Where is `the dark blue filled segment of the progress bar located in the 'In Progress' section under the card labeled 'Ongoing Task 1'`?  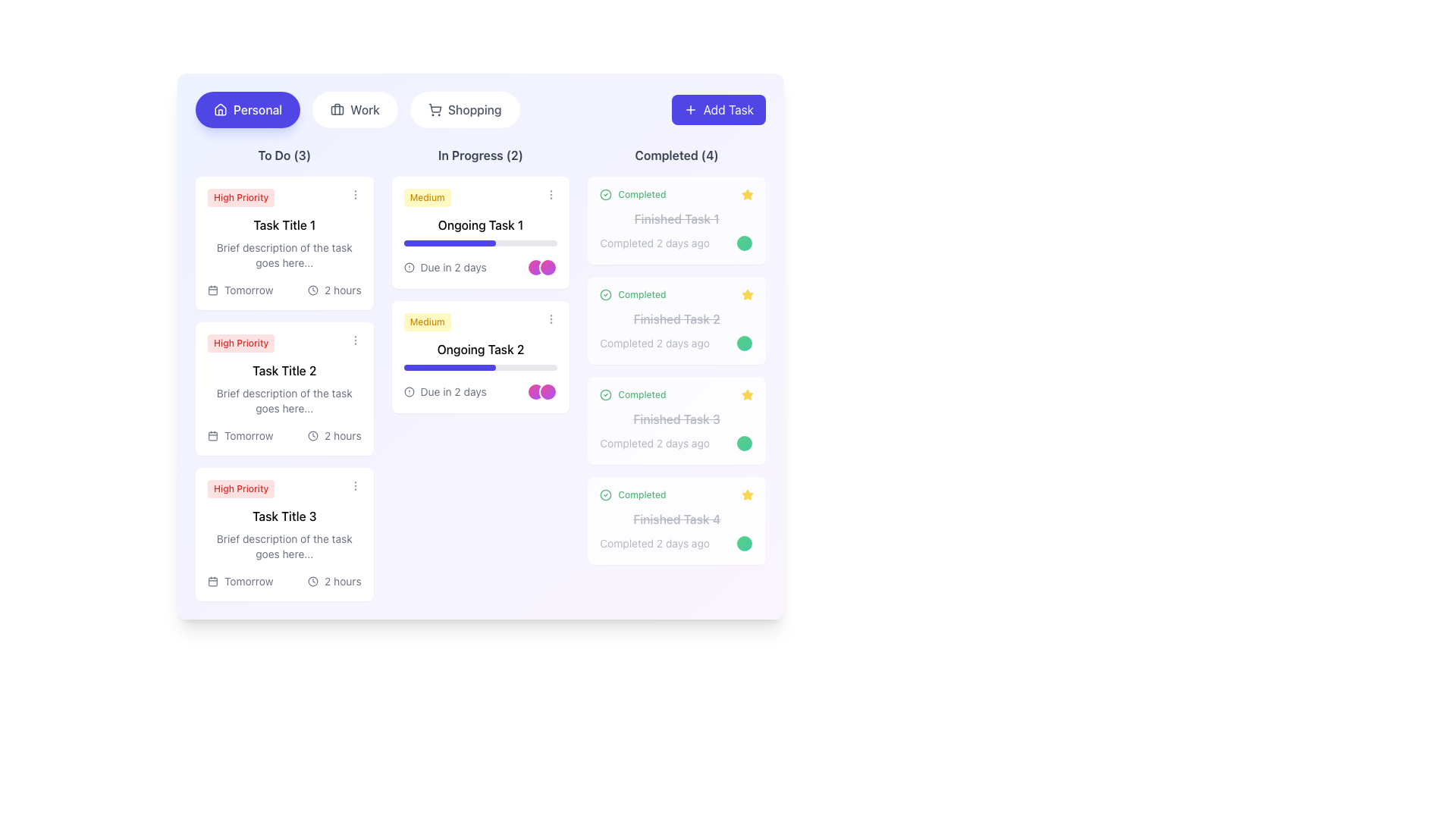
the dark blue filled segment of the progress bar located in the 'In Progress' section under the card labeled 'Ongoing Task 1' is located at coordinates (449, 242).